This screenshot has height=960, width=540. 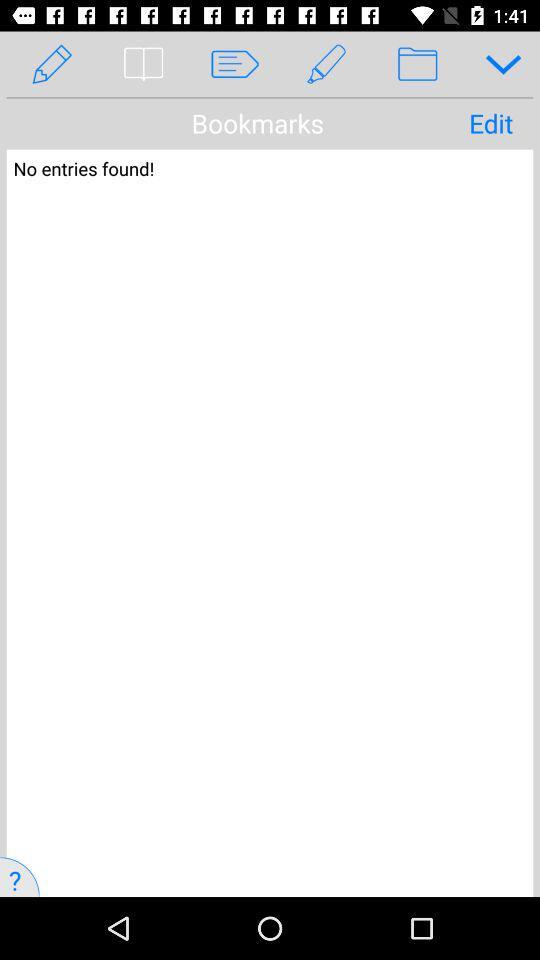 I want to click on the book icon, so click(x=142, y=64).